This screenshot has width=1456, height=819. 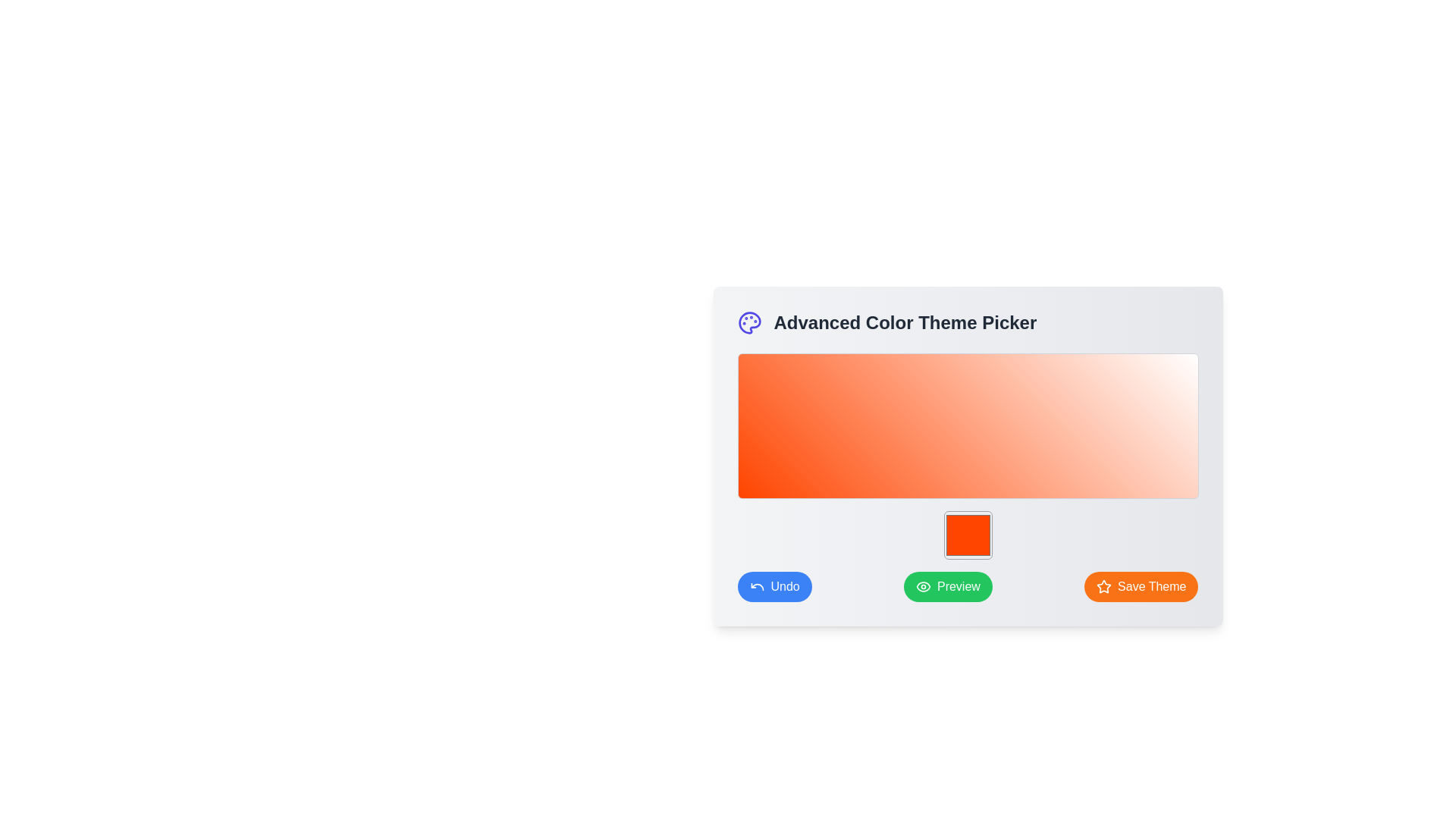 I want to click on the decorative palette icon located in the top-left corner of the interface, adjacent to the text 'Advanced Color Theme Picker'. This icon serves as the unique representation for the color theme selection section, so click(x=749, y=322).